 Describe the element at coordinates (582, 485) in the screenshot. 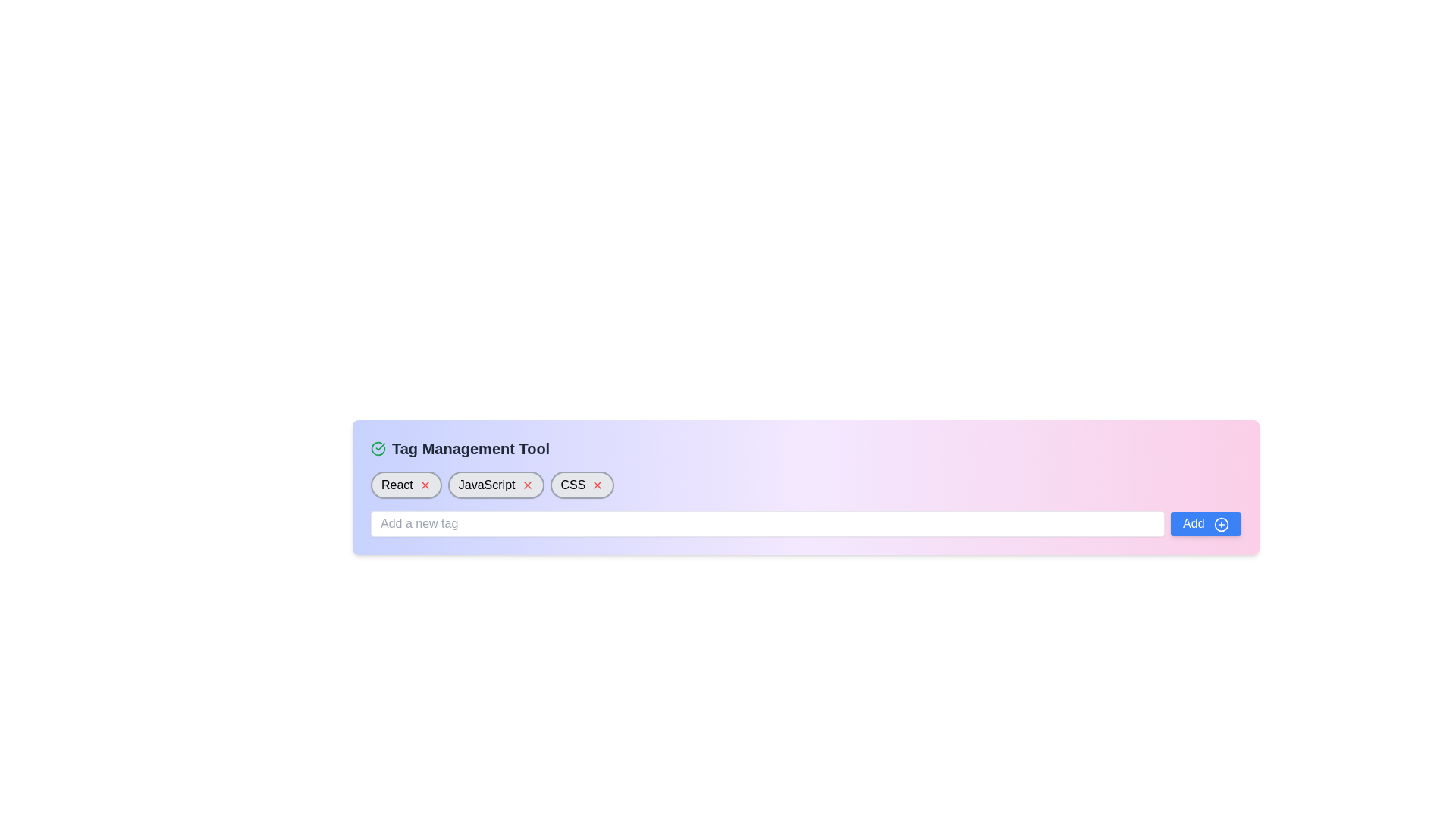

I see `the 'CSS' tag component in the Tag Management Tool` at that location.